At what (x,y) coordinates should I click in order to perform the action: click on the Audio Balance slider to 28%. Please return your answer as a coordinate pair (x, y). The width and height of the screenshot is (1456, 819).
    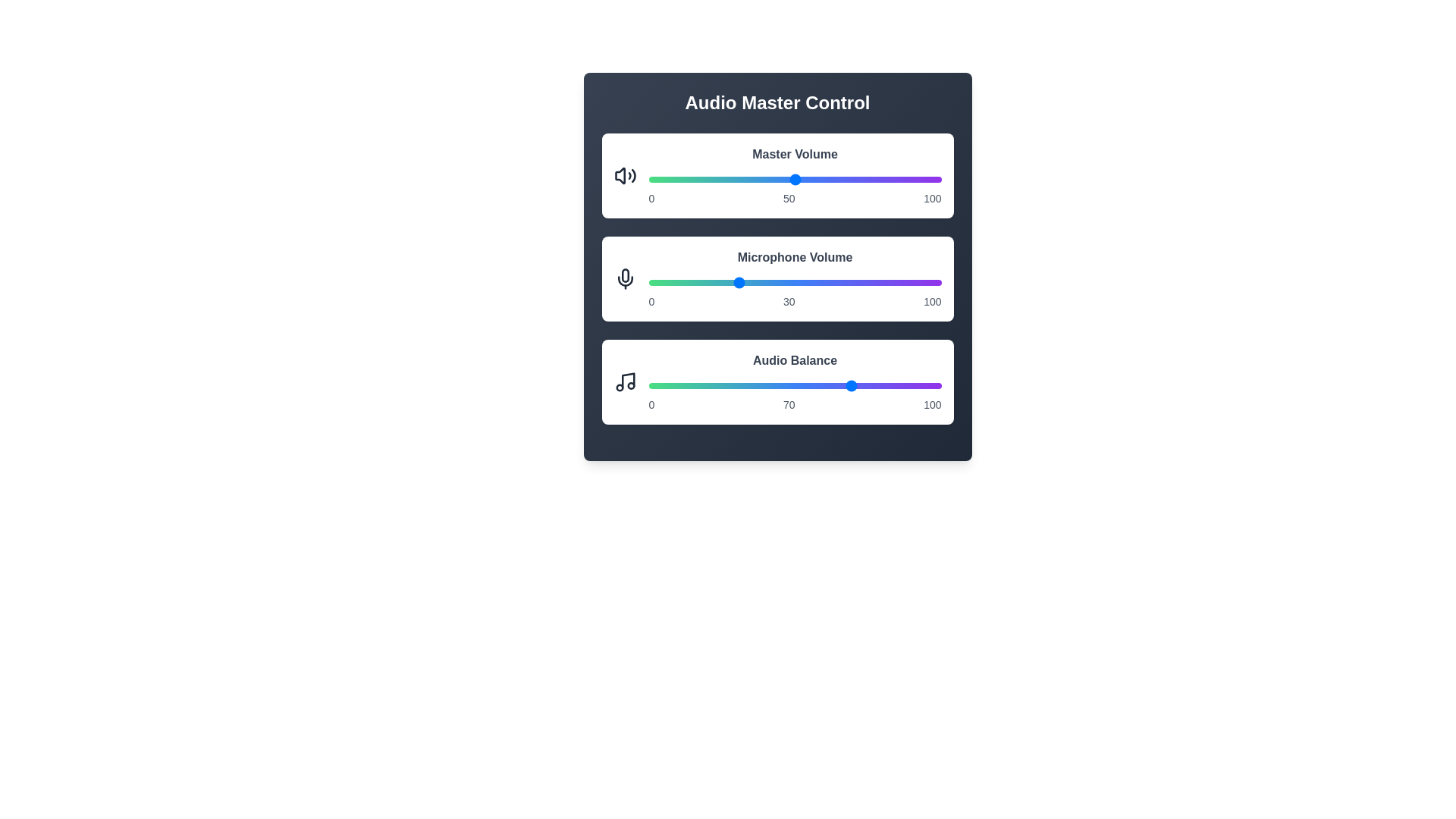
    Looking at the image, I should click on (730, 385).